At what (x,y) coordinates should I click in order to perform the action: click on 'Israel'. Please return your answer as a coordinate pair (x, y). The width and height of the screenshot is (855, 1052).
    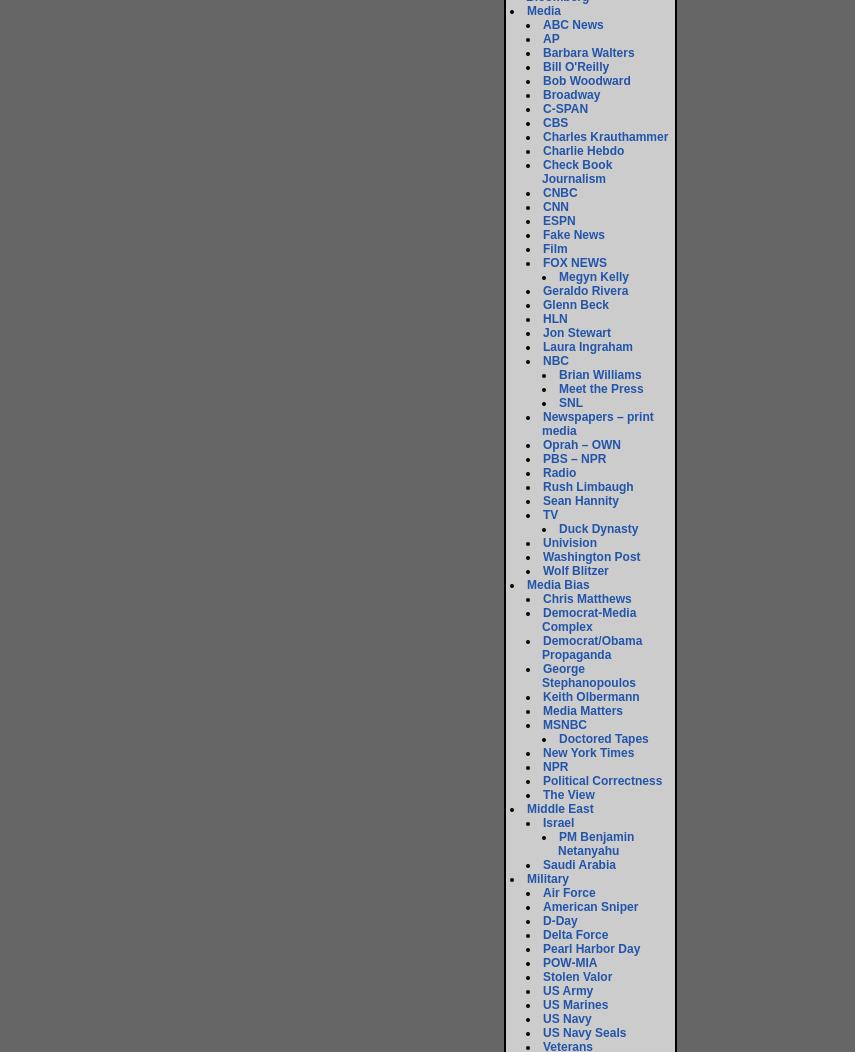
    Looking at the image, I should click on (558, 822).